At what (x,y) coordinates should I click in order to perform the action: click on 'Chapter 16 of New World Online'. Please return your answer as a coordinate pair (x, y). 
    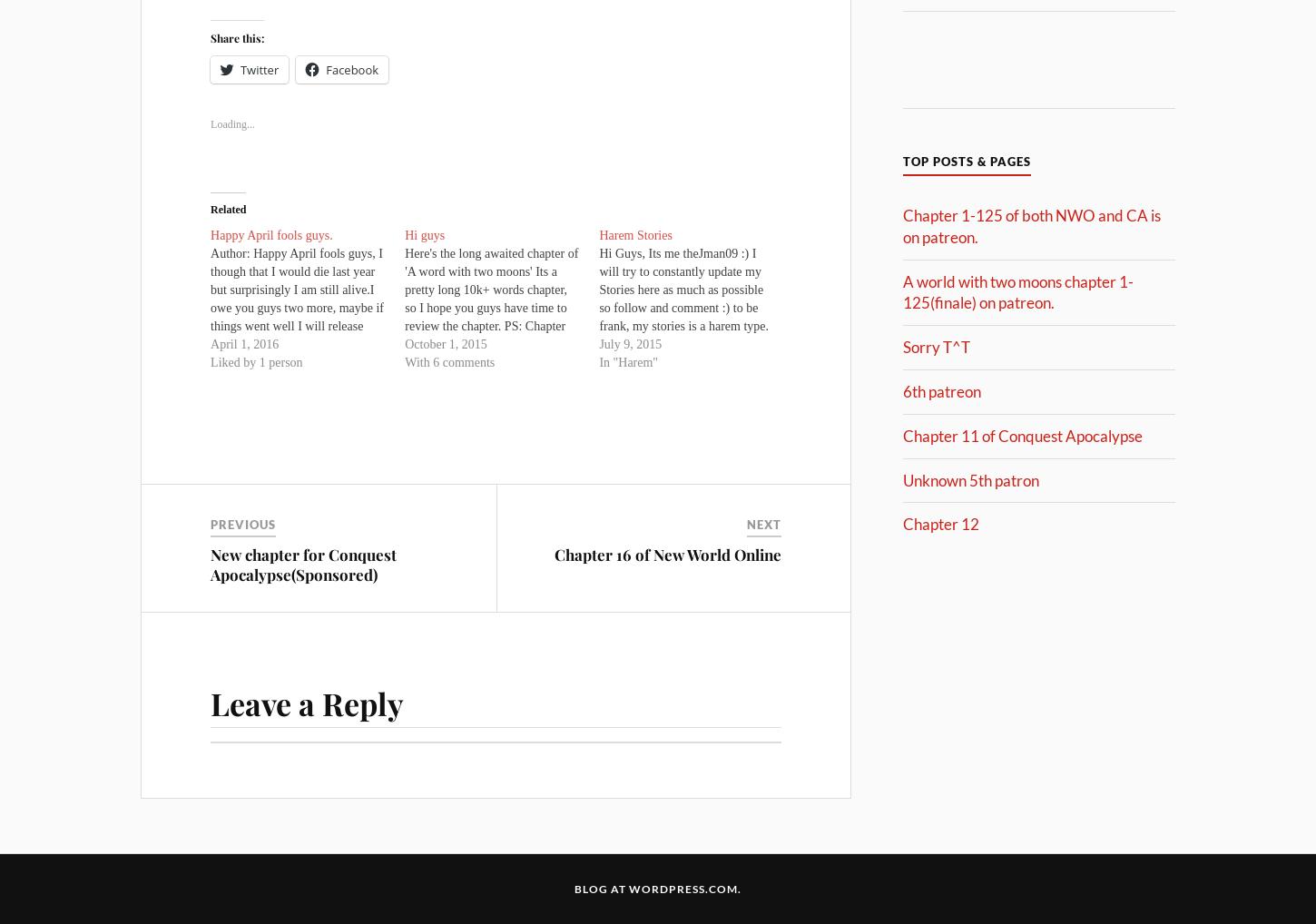
    Looking at the image, I should click on (668, 550).